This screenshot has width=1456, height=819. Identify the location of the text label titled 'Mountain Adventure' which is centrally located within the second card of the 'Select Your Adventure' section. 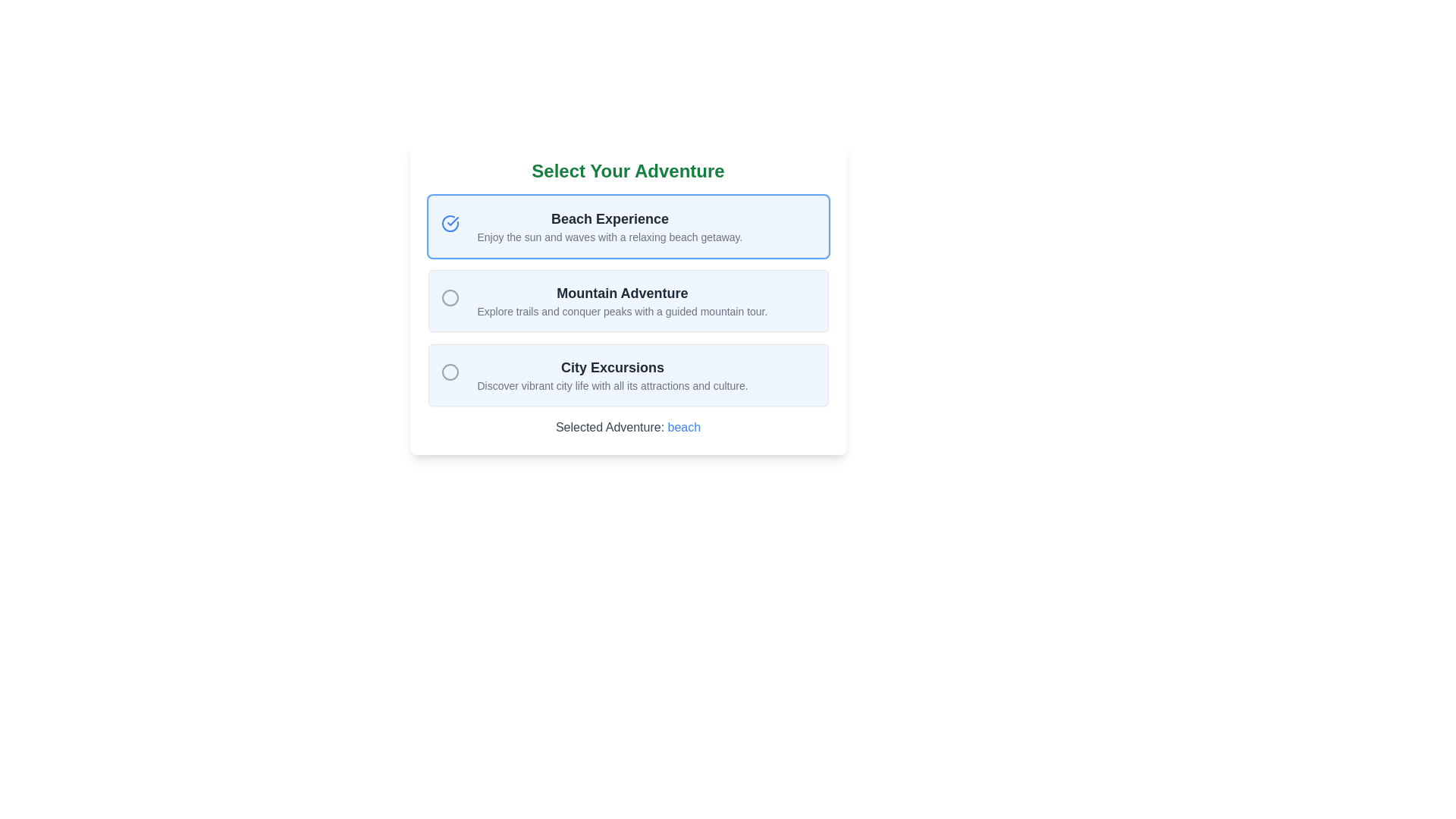
(622, 301).